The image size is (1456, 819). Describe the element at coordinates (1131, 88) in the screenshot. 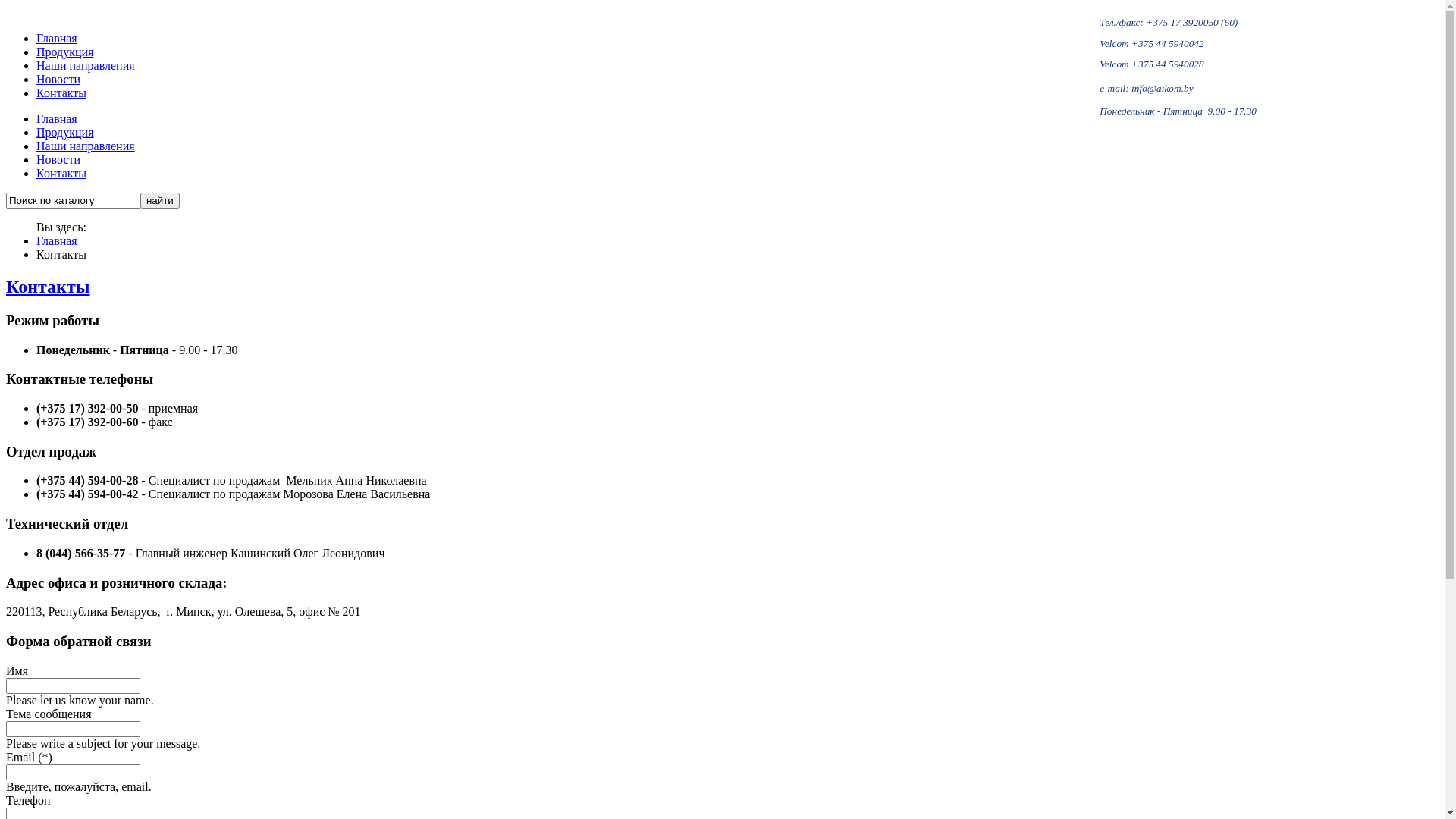

I see `'info@aikom.by'` at that location.